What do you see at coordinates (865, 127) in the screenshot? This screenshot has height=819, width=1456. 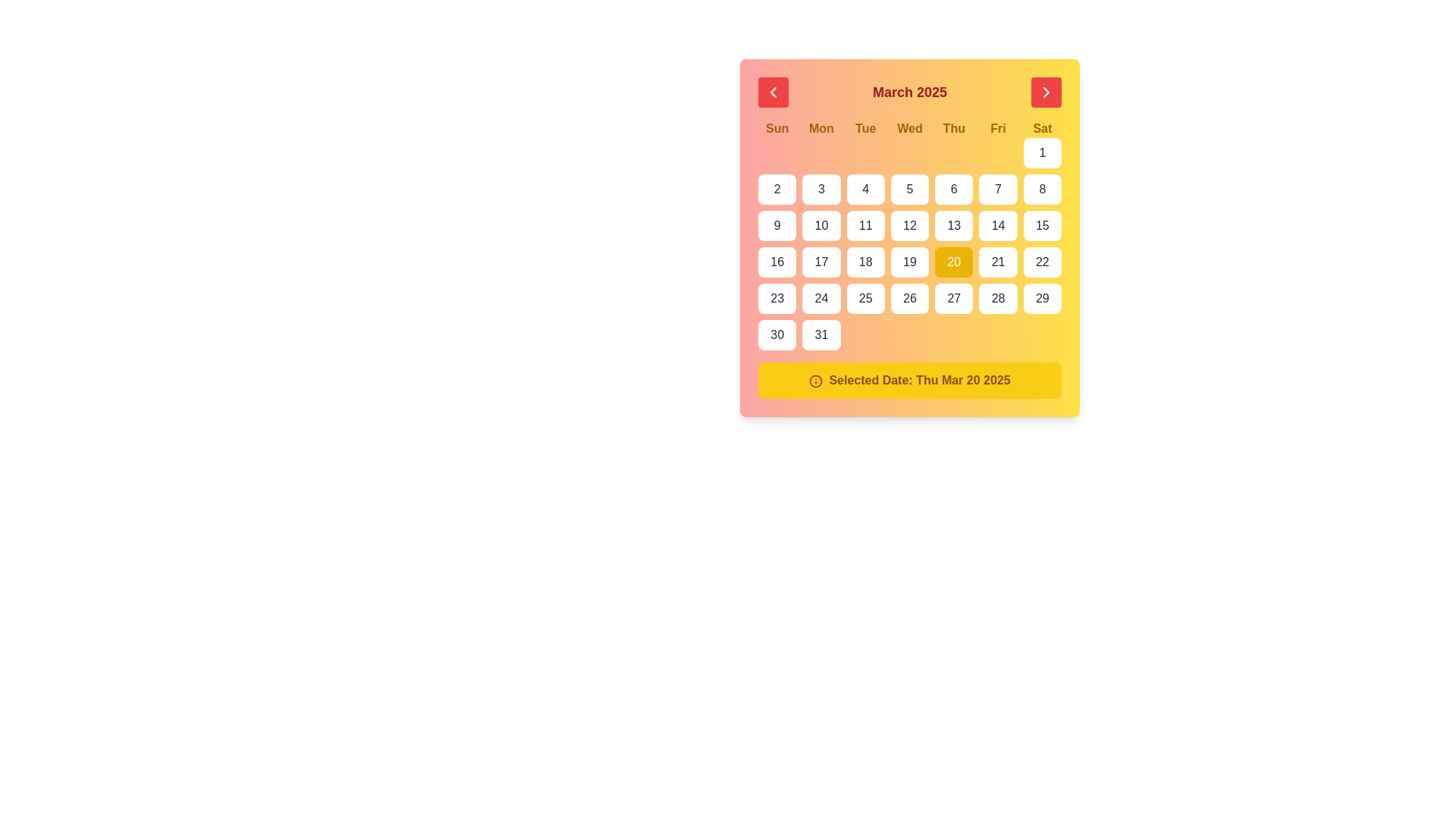 I see `the bold, centered text displaying 'Tue' in yellow, which is the third element in a row of days of the week in a calendar interface` at bounding box center [865, 127].